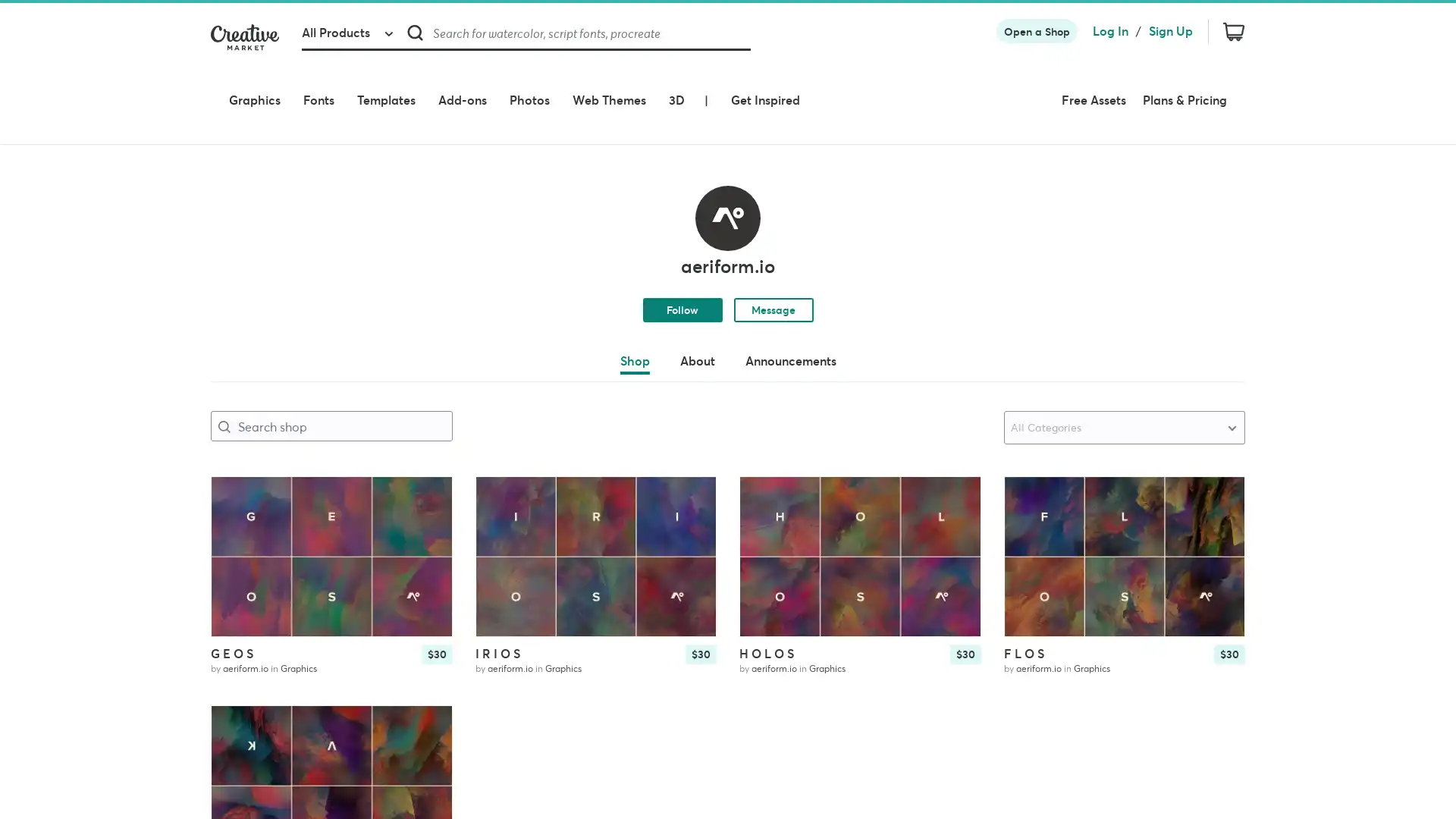  What do you see at coordinates (426, 698) in the screenshot?
I see `Save` at bounding box center [426, 698].